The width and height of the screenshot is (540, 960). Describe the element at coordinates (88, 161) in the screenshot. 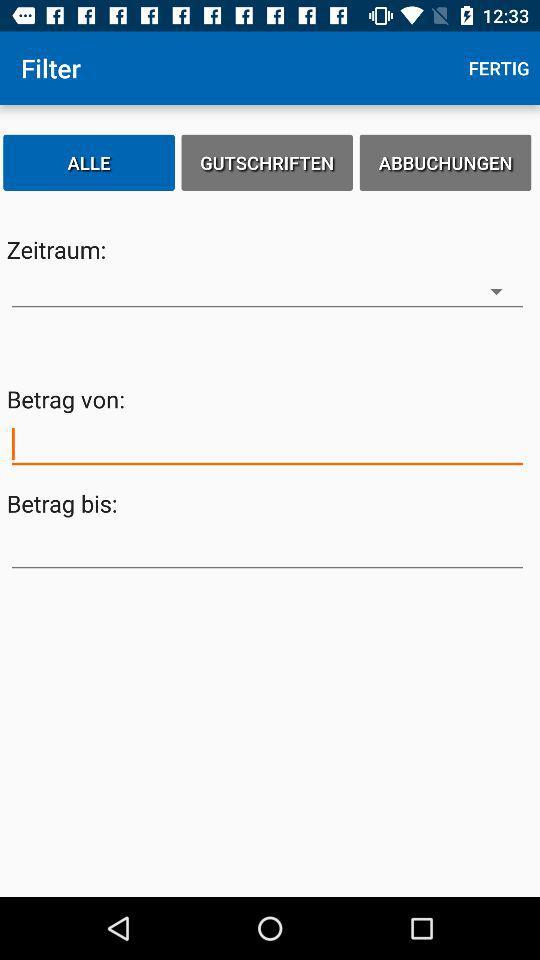

I see `item next to the gutschriften icon` at that location.